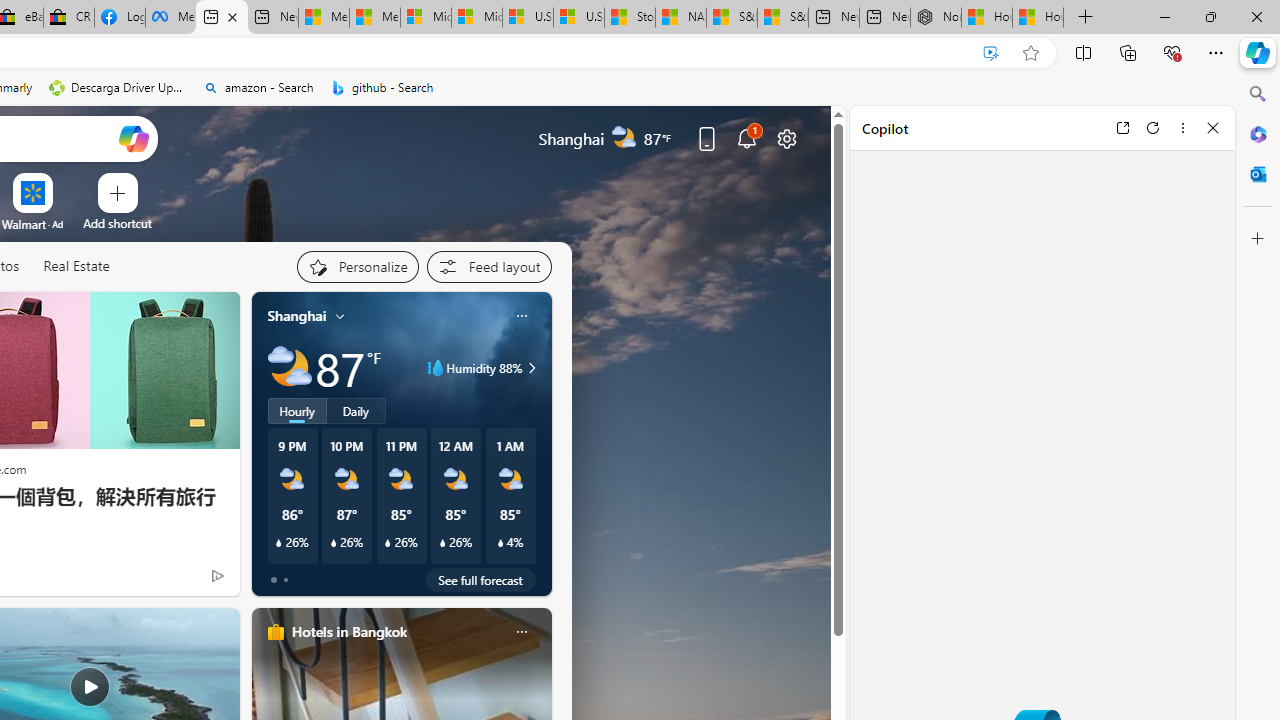  I want to click on 'Open link in new tab', so click(1122, 127).